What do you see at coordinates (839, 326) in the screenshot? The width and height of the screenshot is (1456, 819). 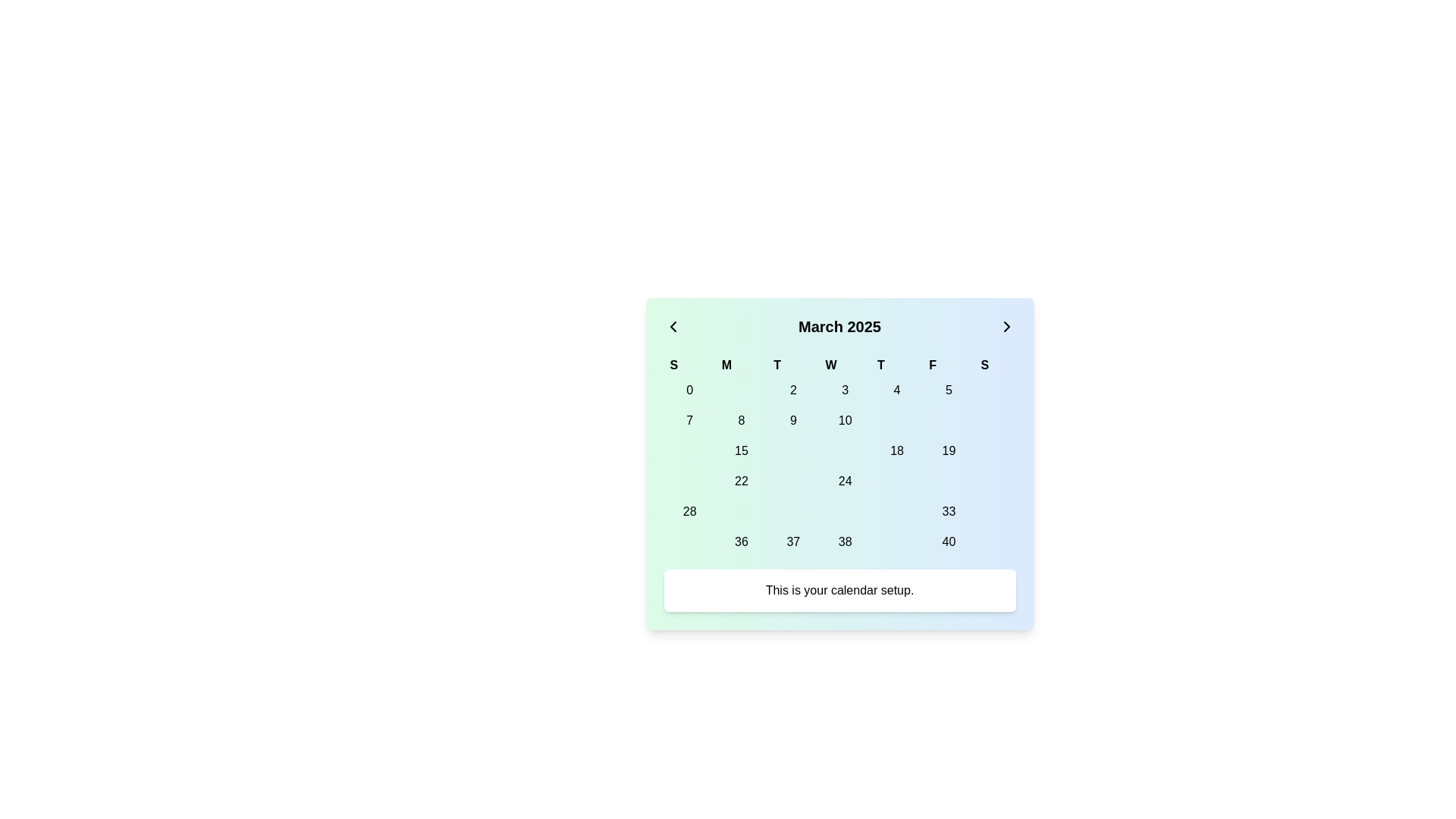 I see `the Text Label displaying the current month and year in the calendar interface, located at the center of the horizontal row near the top, between navigational buttons` at bounding box center [839, 326].